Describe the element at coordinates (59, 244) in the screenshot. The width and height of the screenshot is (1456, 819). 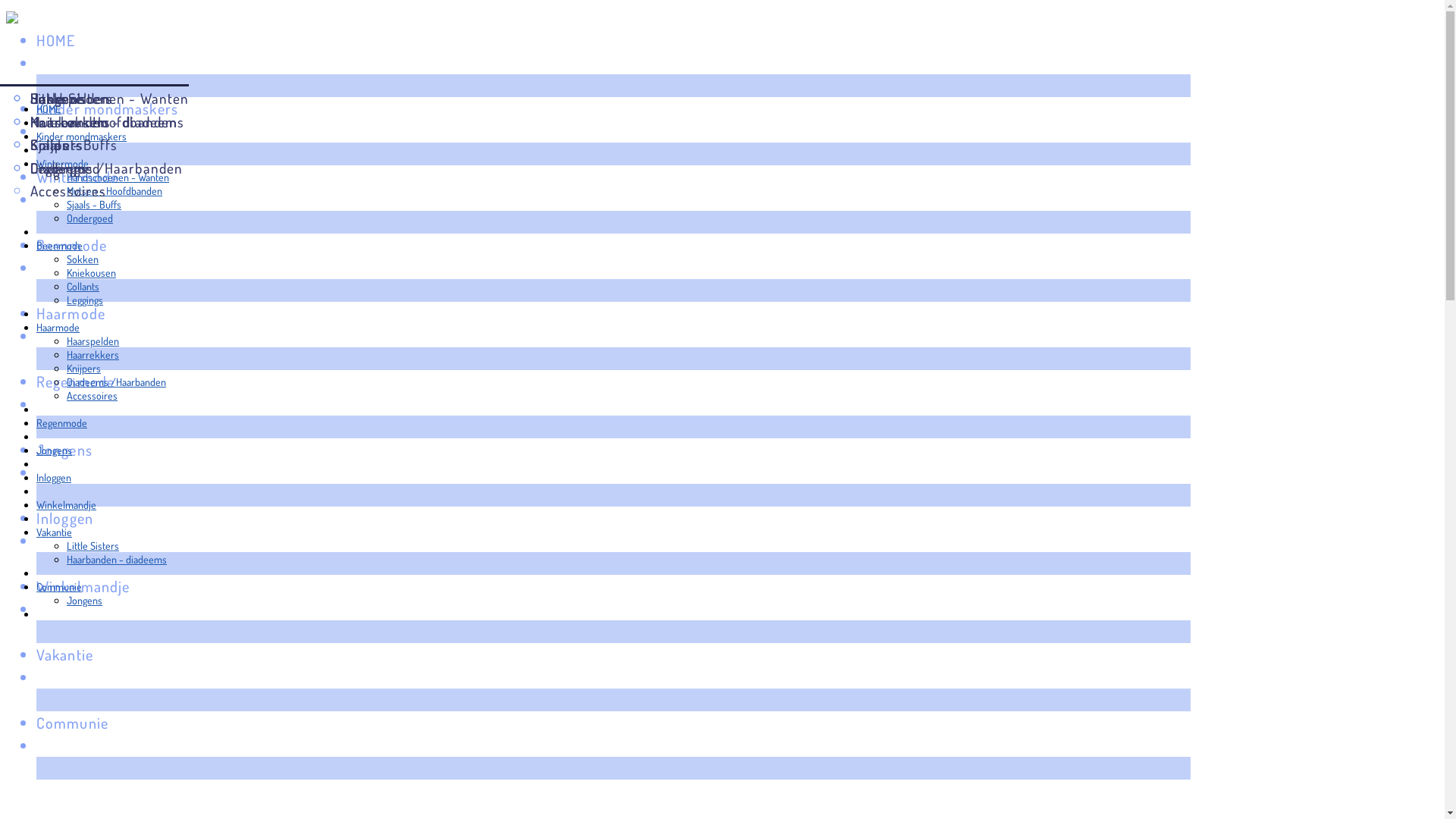
I see `'Beenmode'` at that location.